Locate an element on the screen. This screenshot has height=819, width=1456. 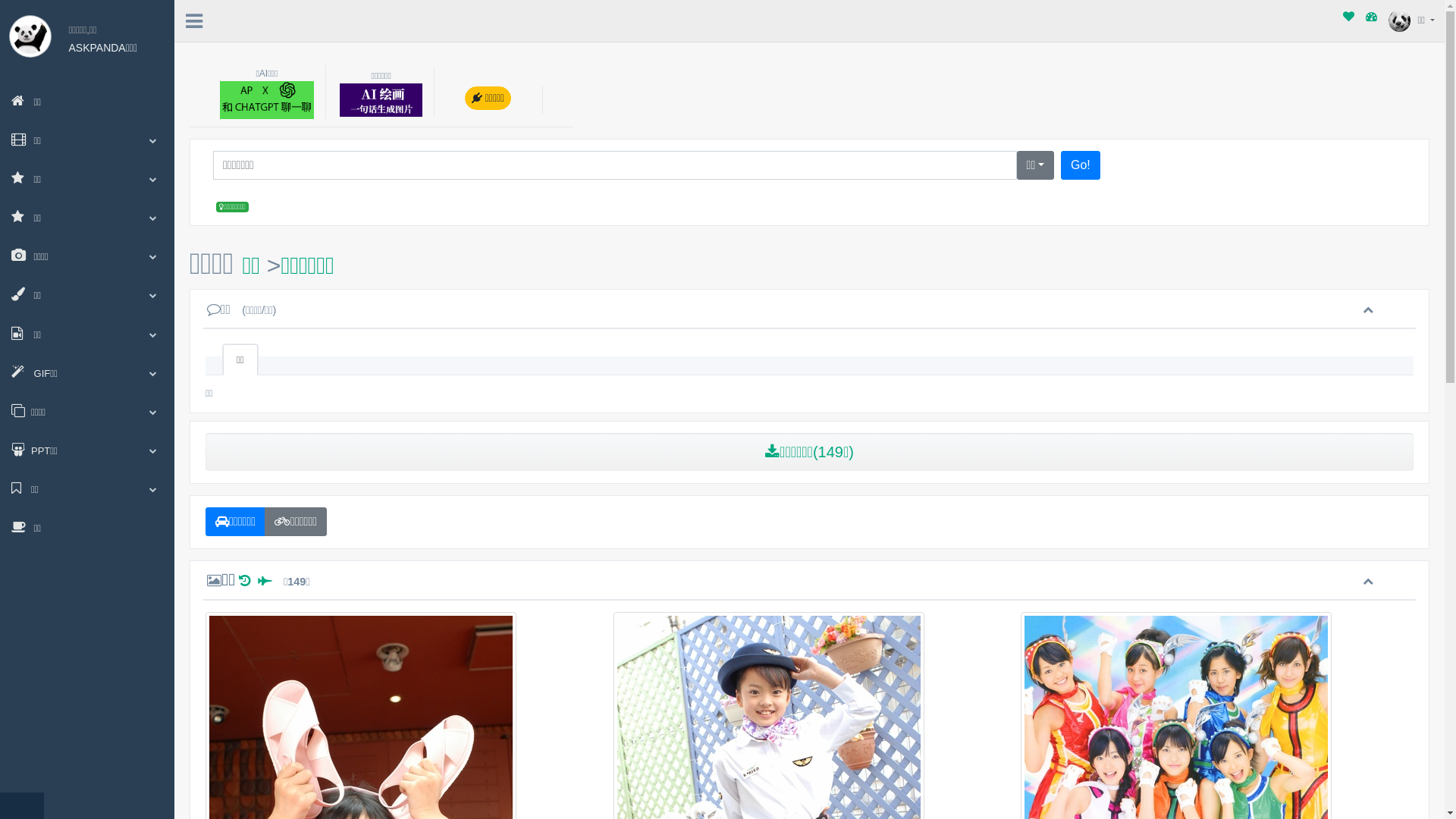
'Go!' is located at coordinates (1080, 165).